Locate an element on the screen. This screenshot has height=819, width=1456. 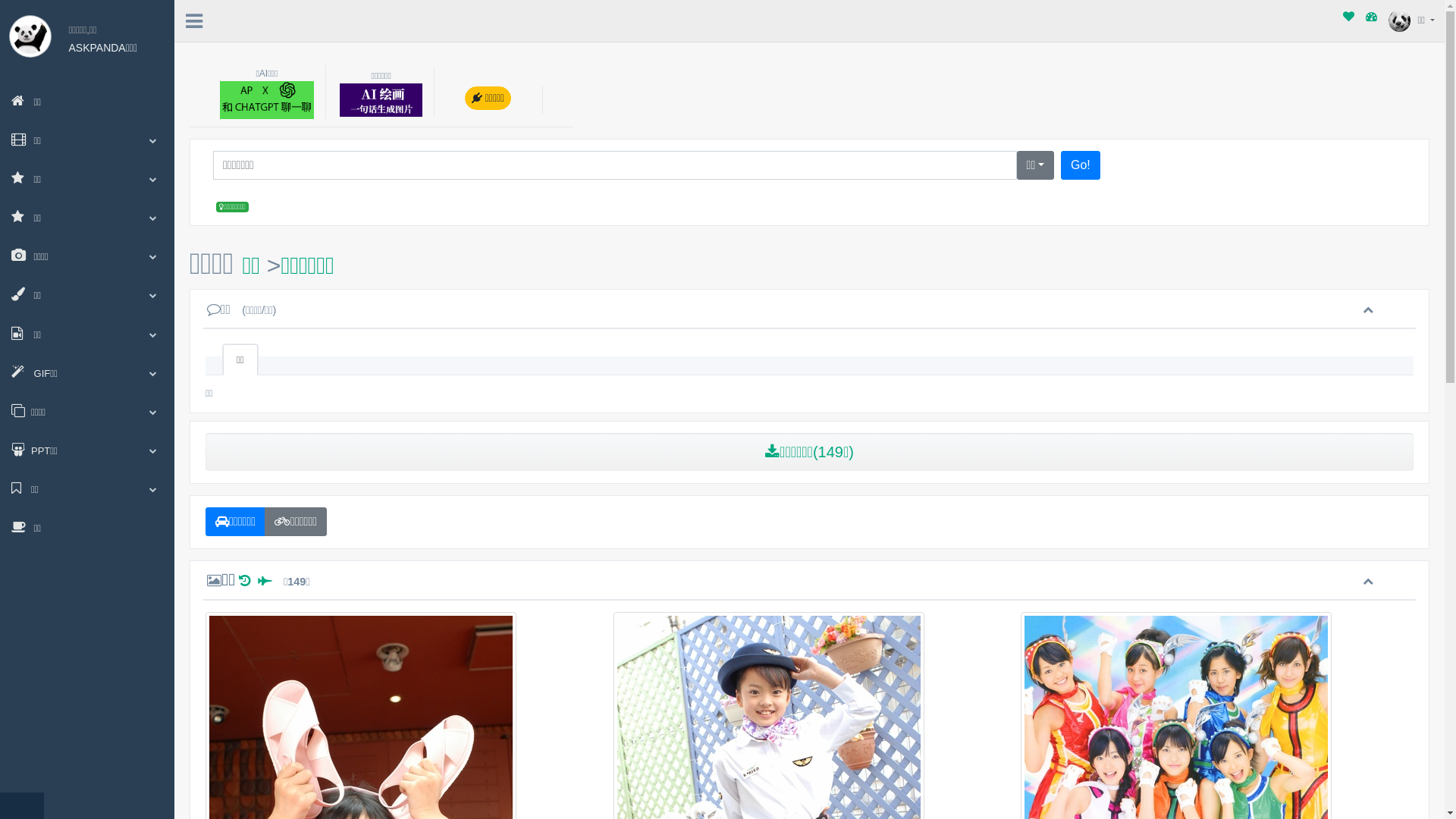
'Go!' is located at coordinates (1080, 165).